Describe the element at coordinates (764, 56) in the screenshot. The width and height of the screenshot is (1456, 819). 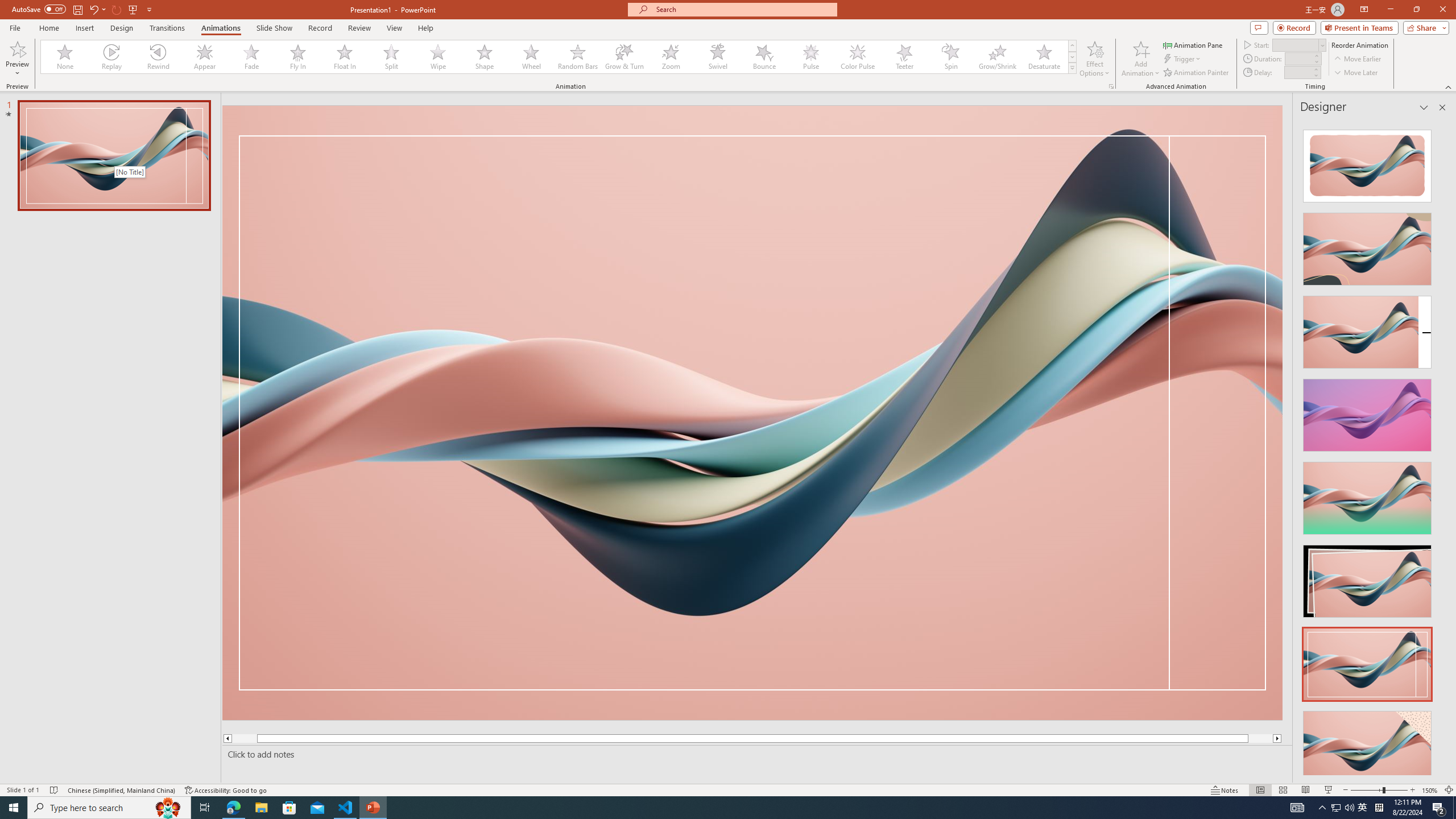
I see `'Bounce'` at that location.